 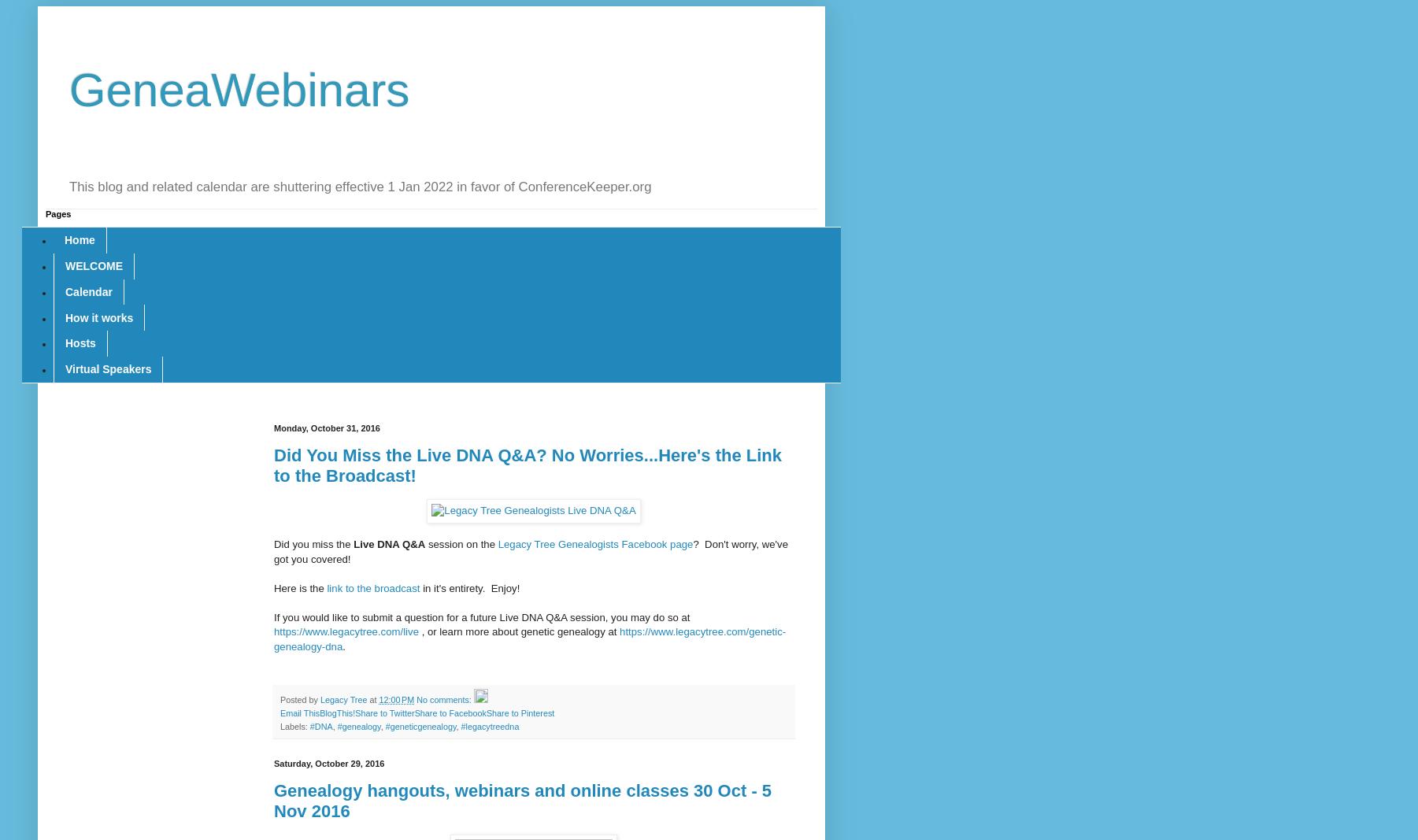 I want to click on 'BlogThis!', so click(x=336, y=712).